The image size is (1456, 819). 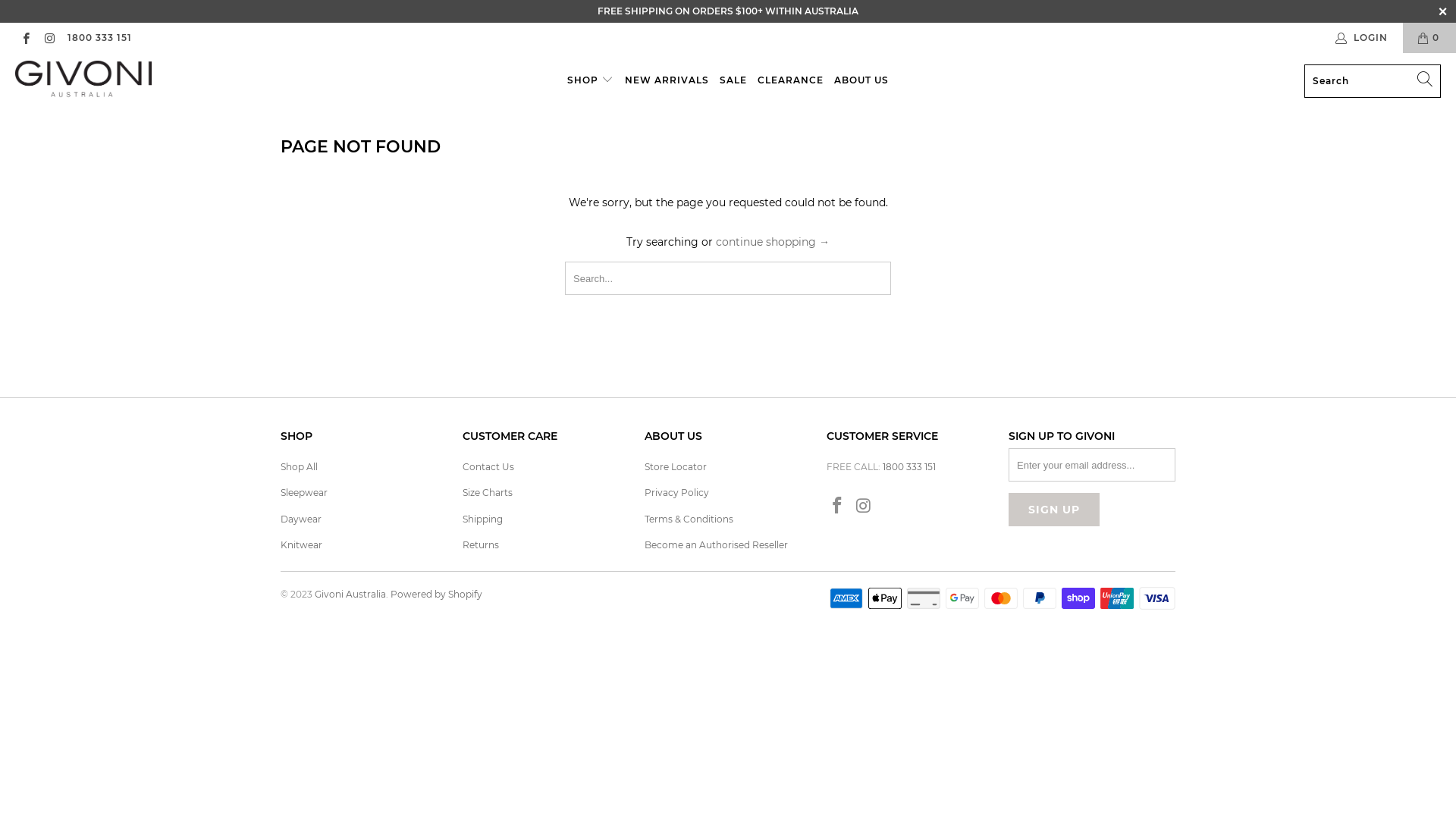 What do you see at coordinates (667, 80) in the screenshot?
I see `'NEW ARRIVALS'` at bounding box center [667, 80].